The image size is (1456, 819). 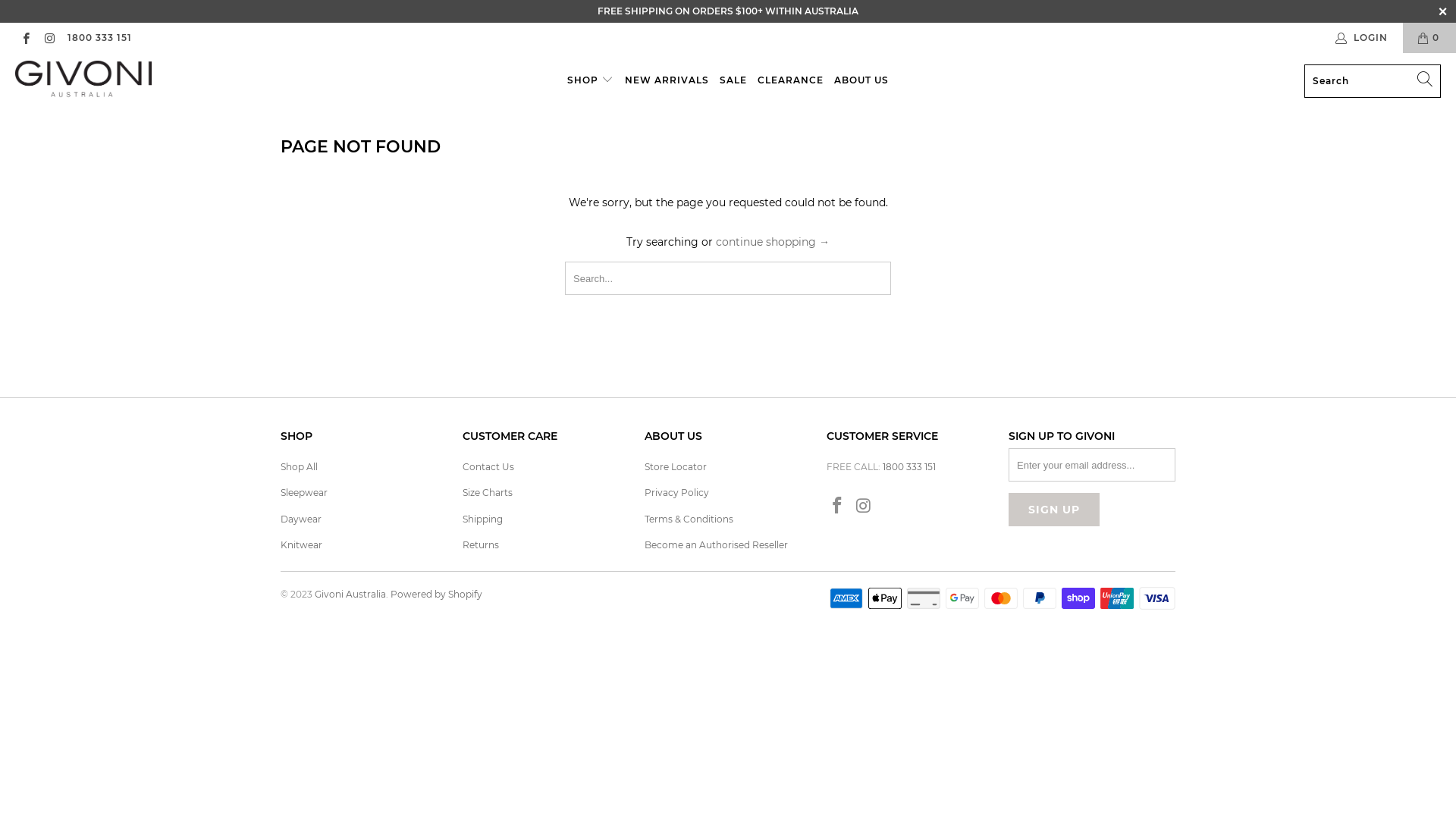 What do you see at coordinates (667, 80) in the screenshot?
I see `'NEW ARRIVALS'` at bounding box center [667, 80].